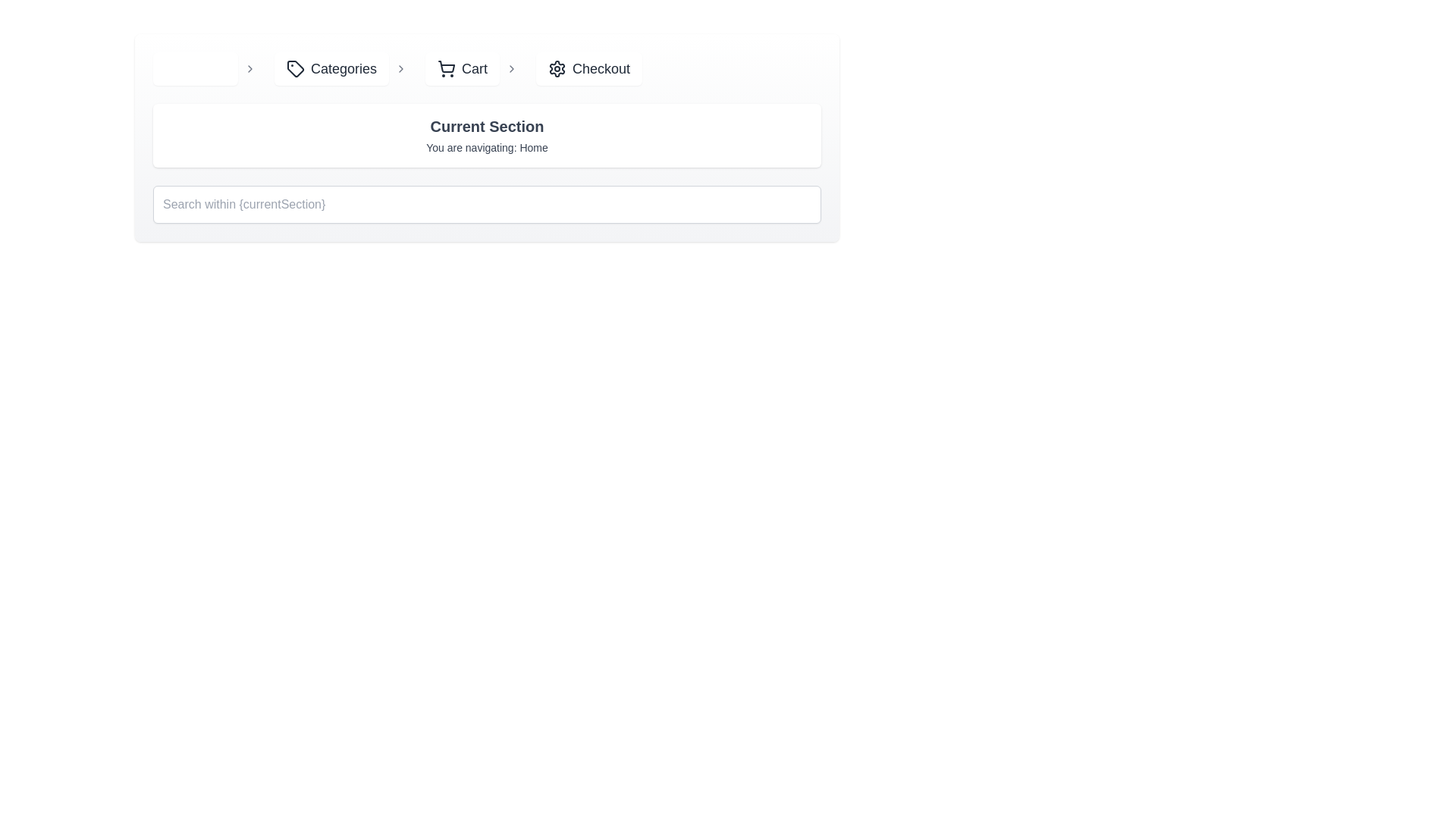 This screenshot has width=1456, height=819. What do you see at coordinates (487, 69) in the screenshot?
I see `the third breadcrumb link in the navigation bar` at bounding box center [487, 69].